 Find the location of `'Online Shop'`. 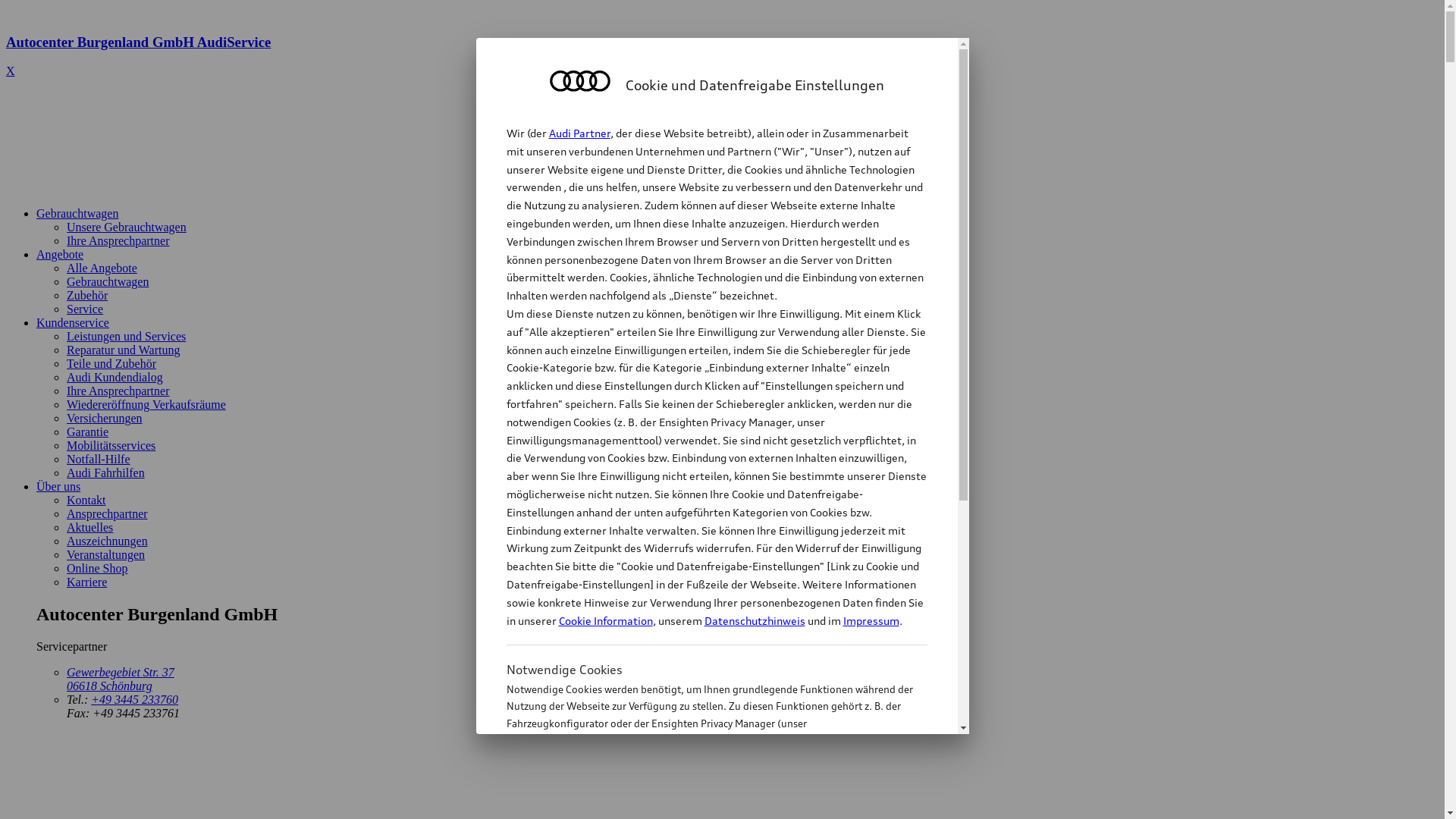

'Online Shop' is located at coordinates (96, 568).